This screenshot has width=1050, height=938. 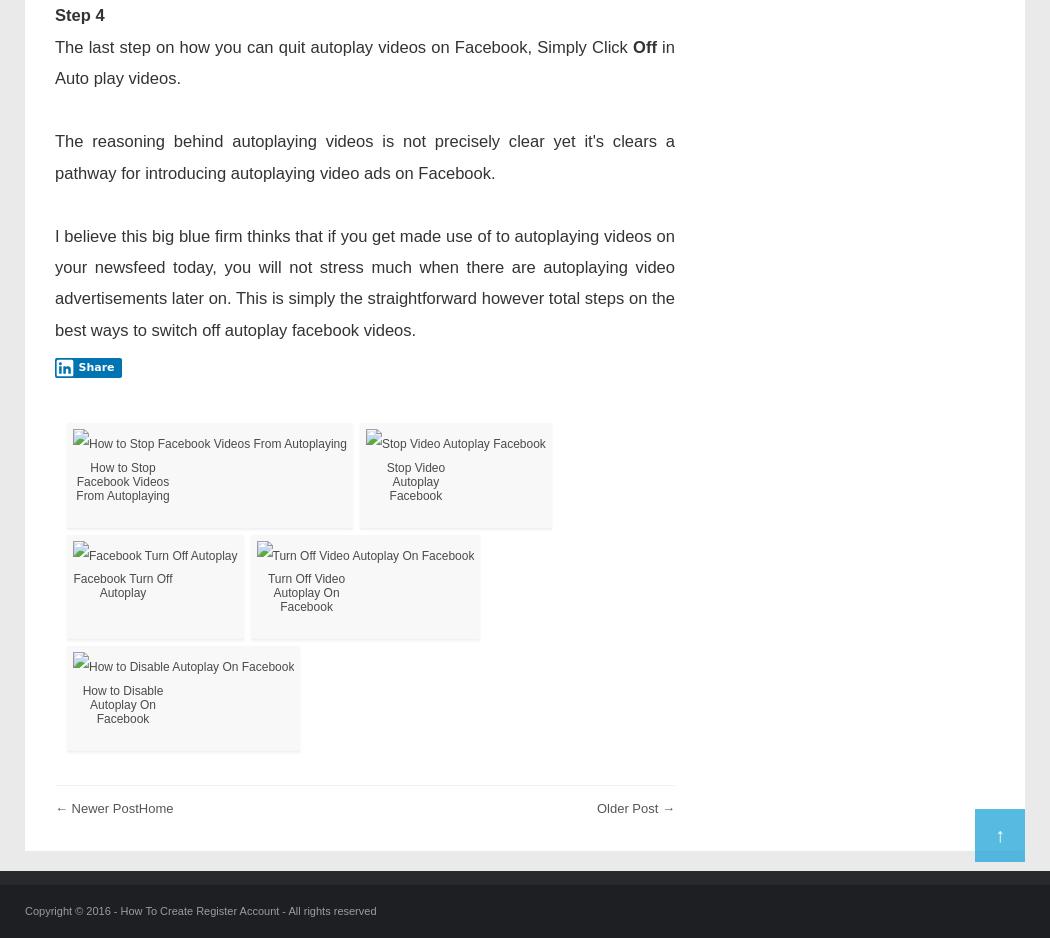 I want to click on '← Newer Post', so click(x=96, y=807).